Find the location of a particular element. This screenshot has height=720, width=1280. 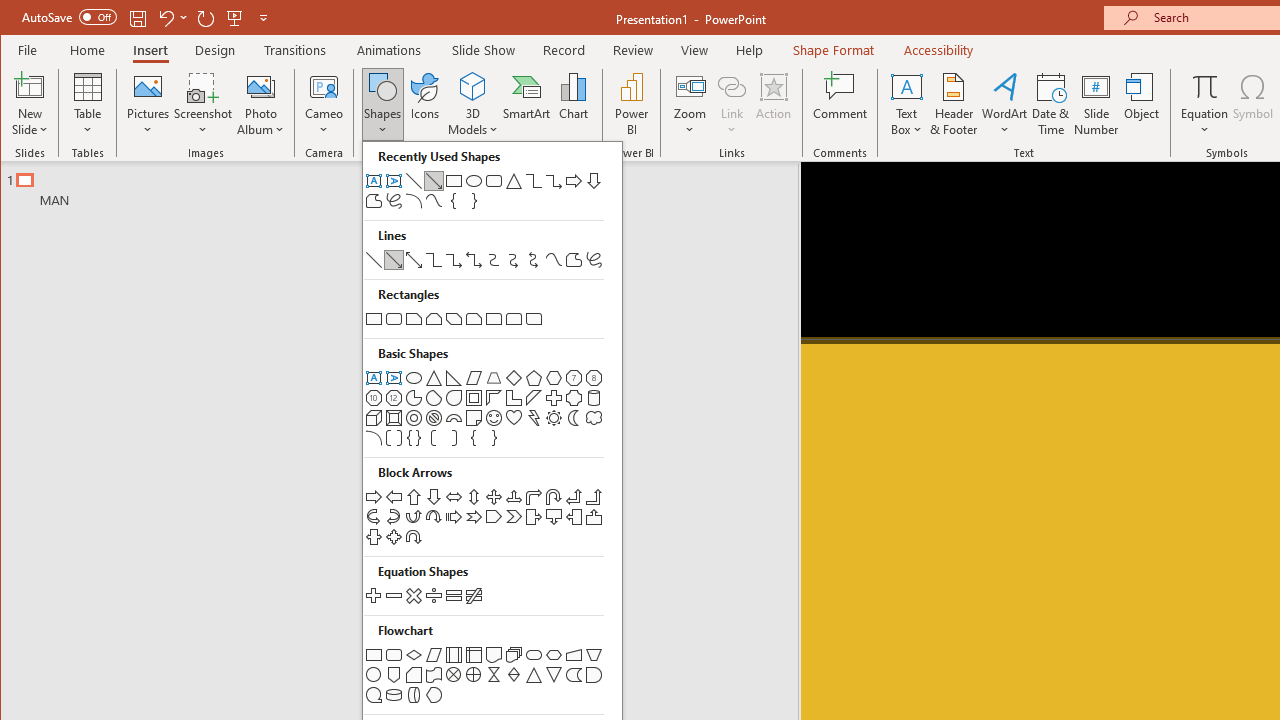

'Screenshot' is located at coordinates (203, 104).